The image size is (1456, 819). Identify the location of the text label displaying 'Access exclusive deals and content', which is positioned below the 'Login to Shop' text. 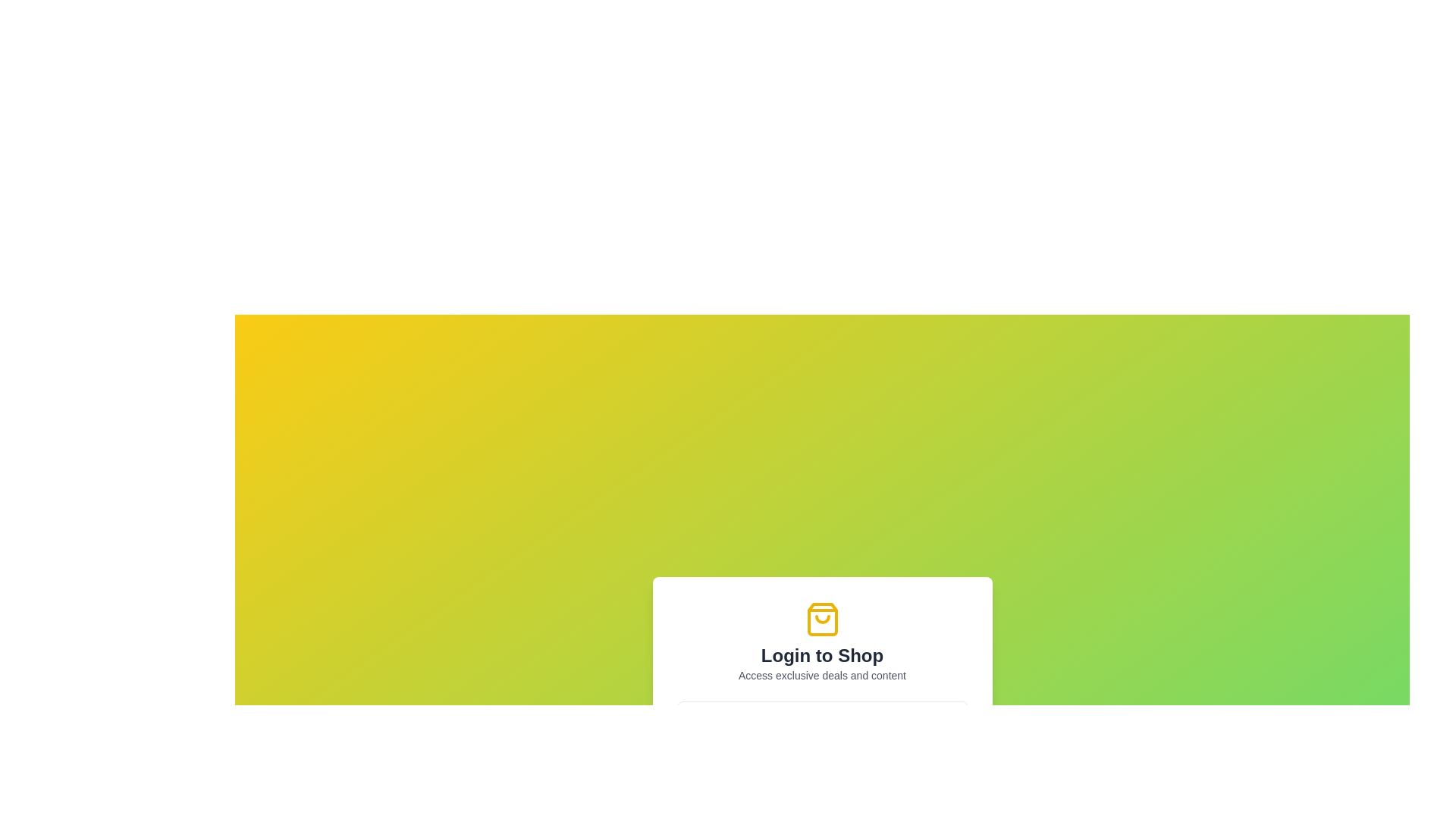
(821, 675).